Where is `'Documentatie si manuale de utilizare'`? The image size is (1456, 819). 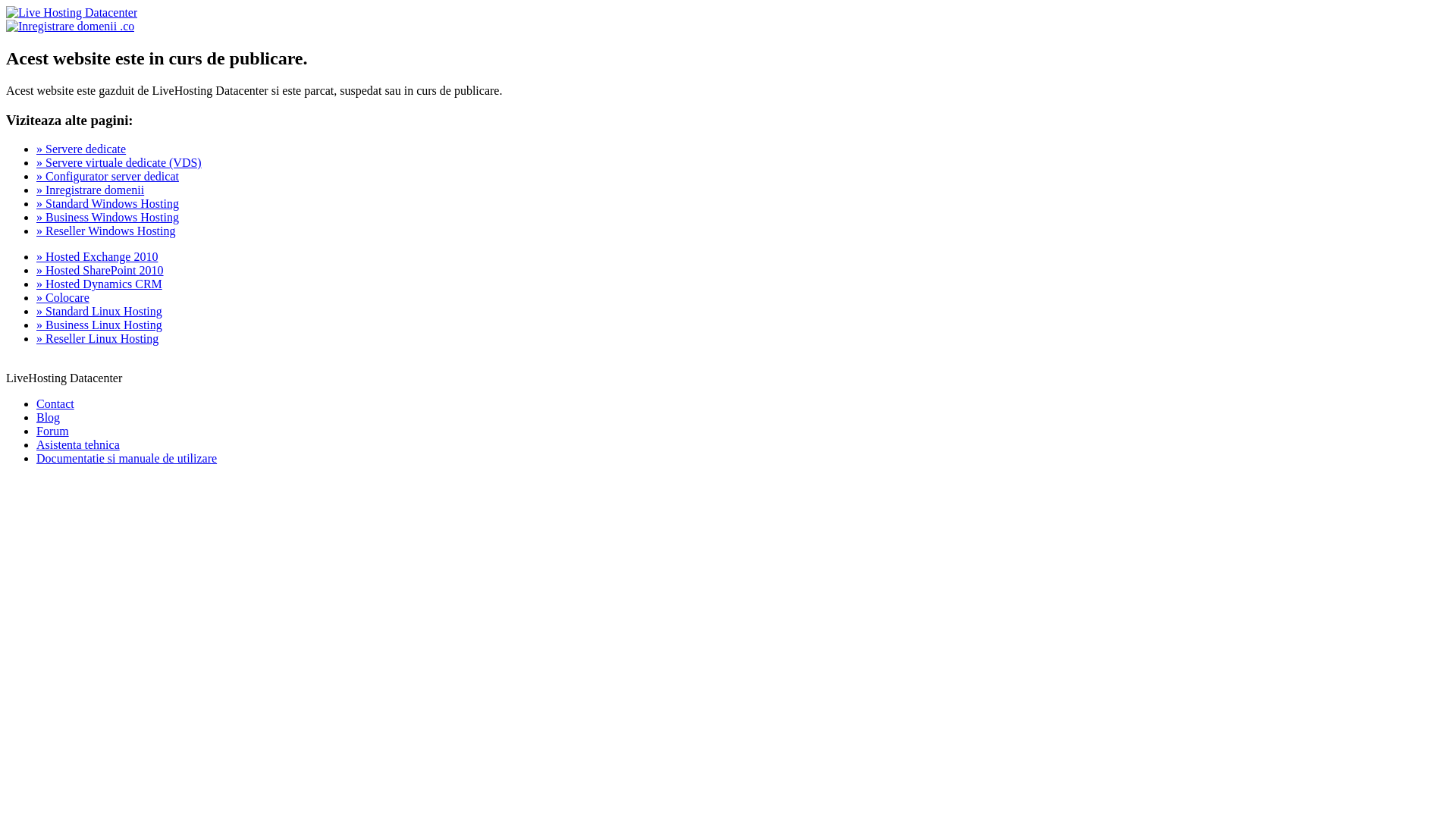 'Documentatie si manuale de utilizare' is located at coordinates (36, 457).